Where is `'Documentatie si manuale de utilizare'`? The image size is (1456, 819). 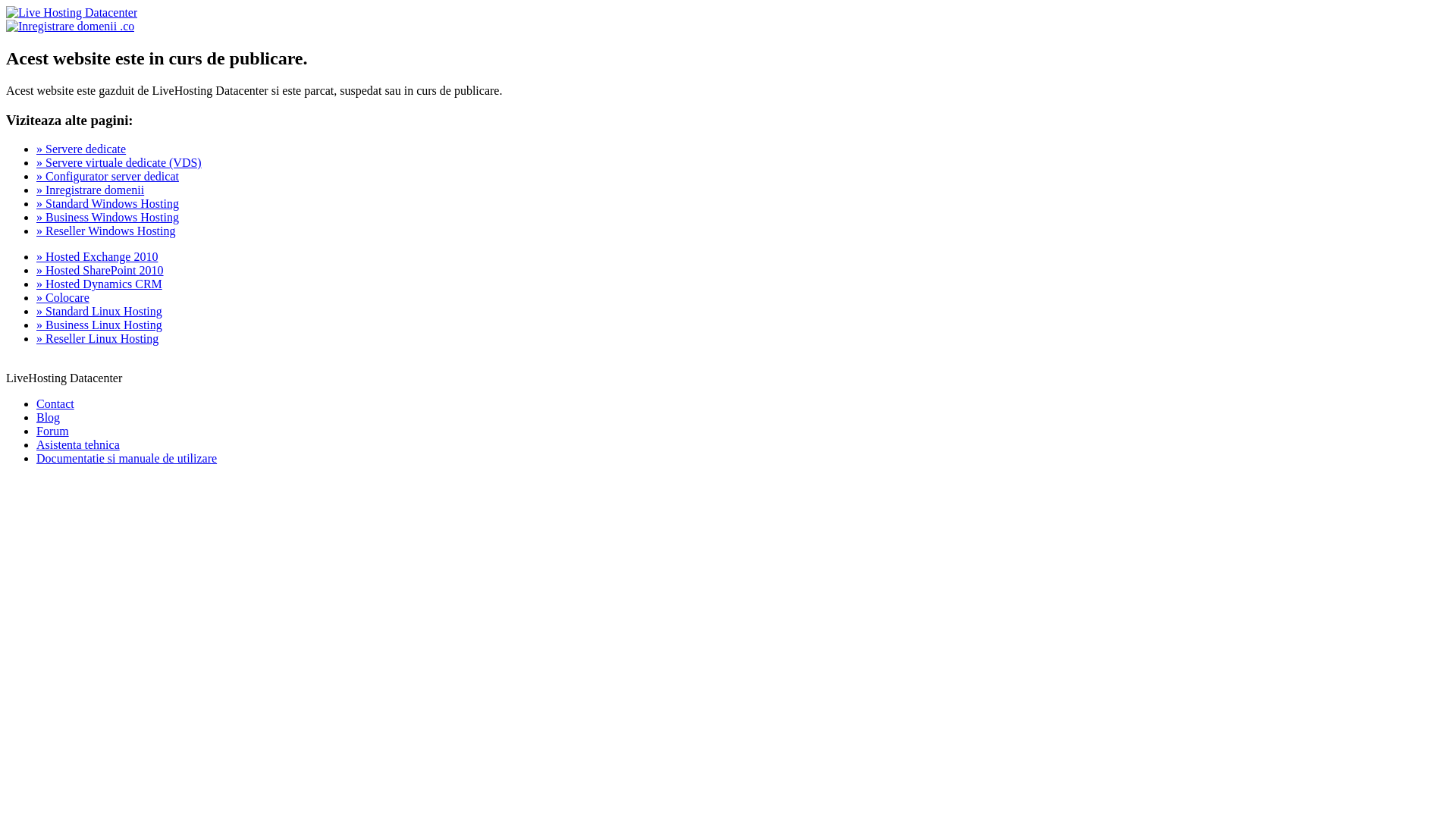 'Documentatie si manuale de utilizare' is located at coordinates (36, 457).